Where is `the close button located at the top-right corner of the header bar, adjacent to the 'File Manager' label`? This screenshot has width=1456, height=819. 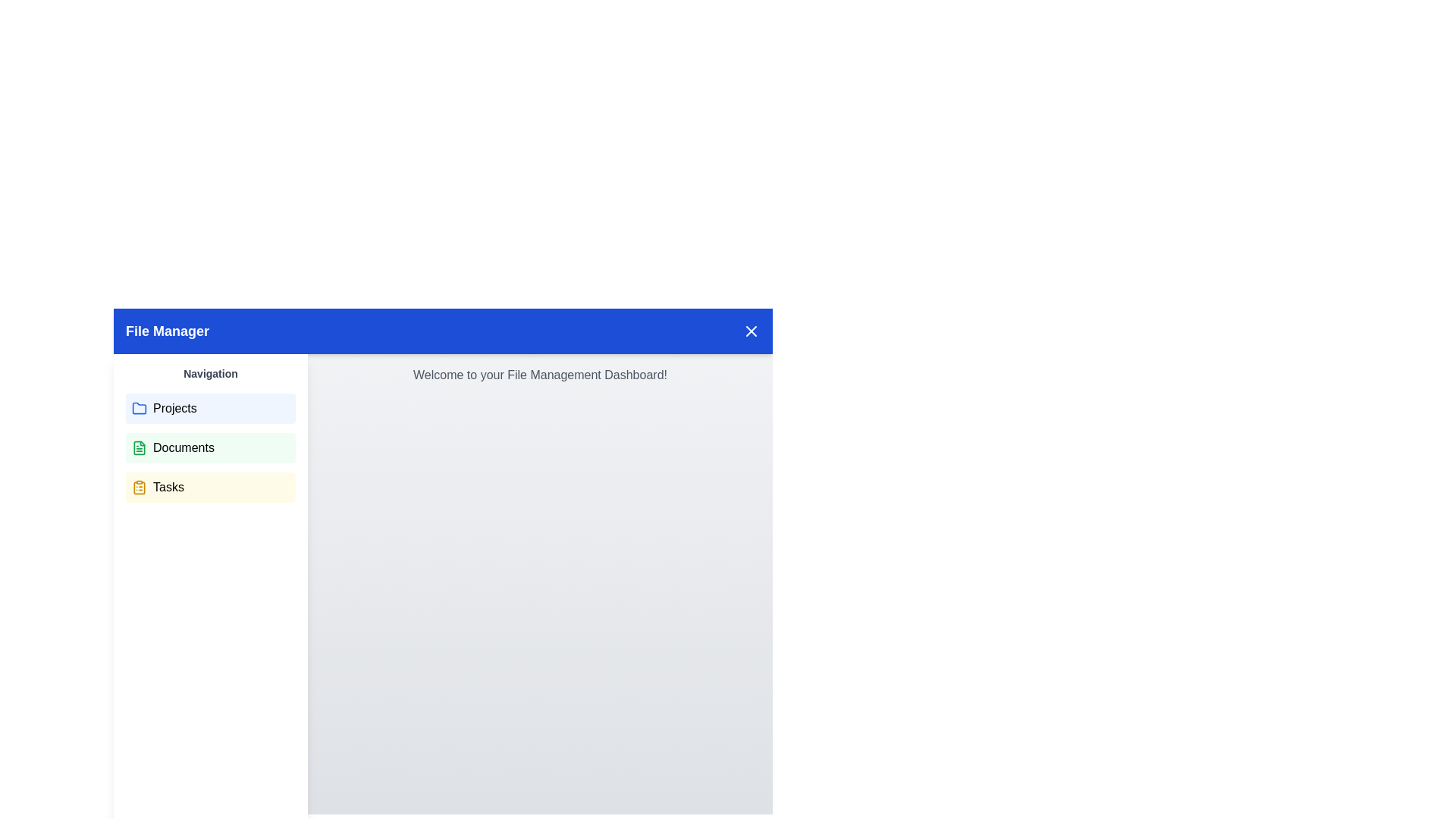 the close button located at the top-right corner of the header bar, adjacent to the 'File Manager' label is located at coordinates (751, 330).